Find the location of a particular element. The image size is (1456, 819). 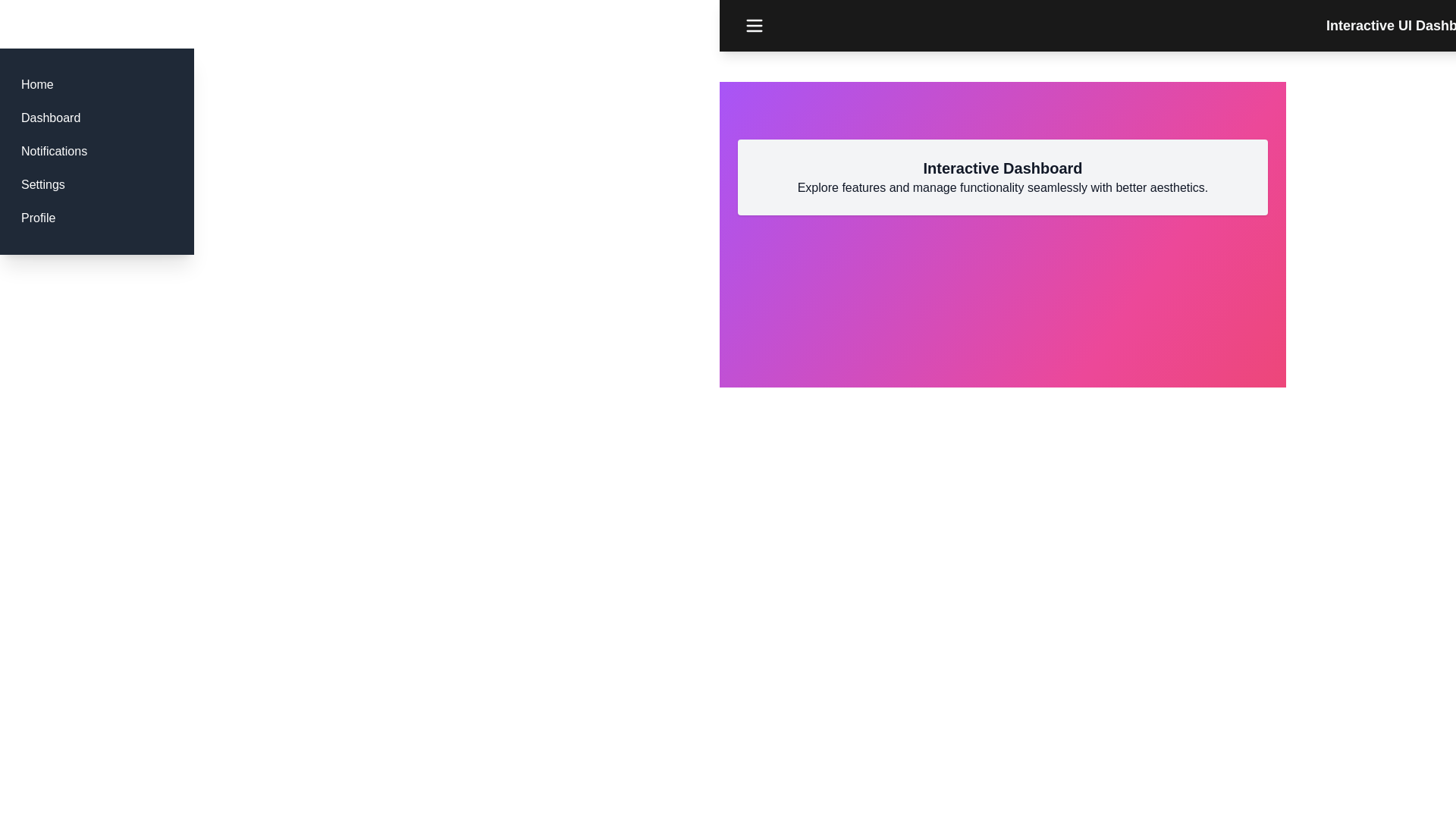

the menu item Notifications from the side navigation menu is located at coordinates (54, 152).